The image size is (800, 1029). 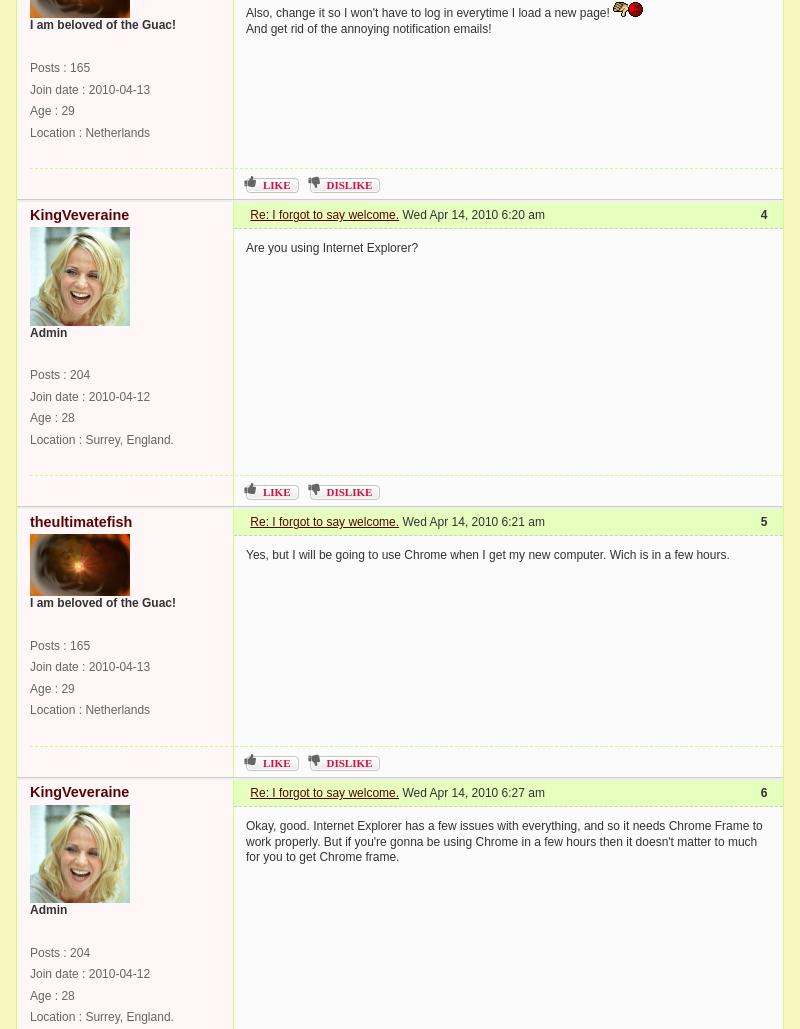 What do you see at coordinates (429, 12) in the screenshot?
I see `'Also, change it so I won't have to log in everytime I load a new page!'` at bounding box center [429, 12].